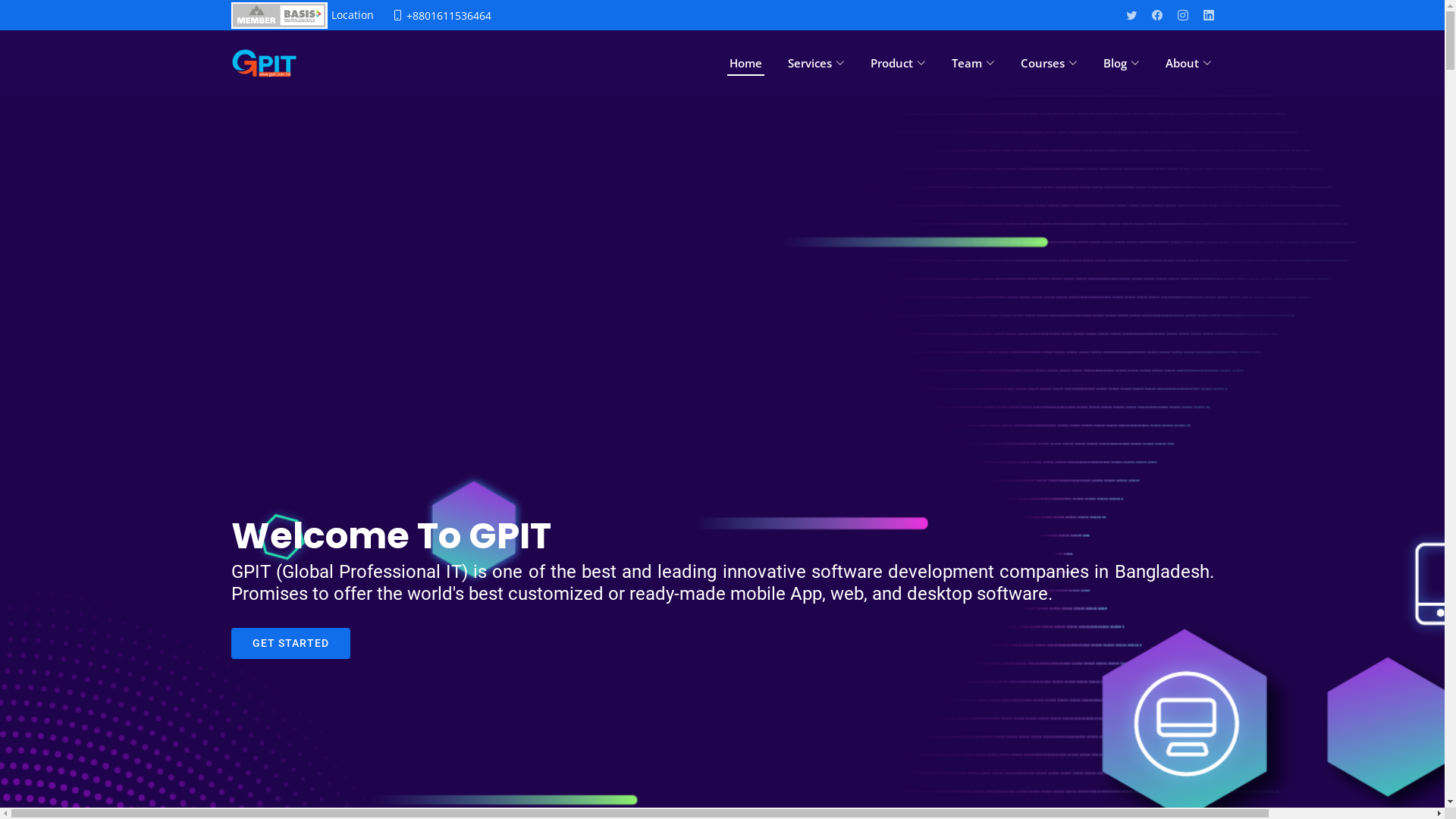 The height and width of the screenshot is (819, 1456). What do you see at coordinates (290, 643) in the screenshot?
I see `'GET STARTED'` at bounding box center [290, 643].